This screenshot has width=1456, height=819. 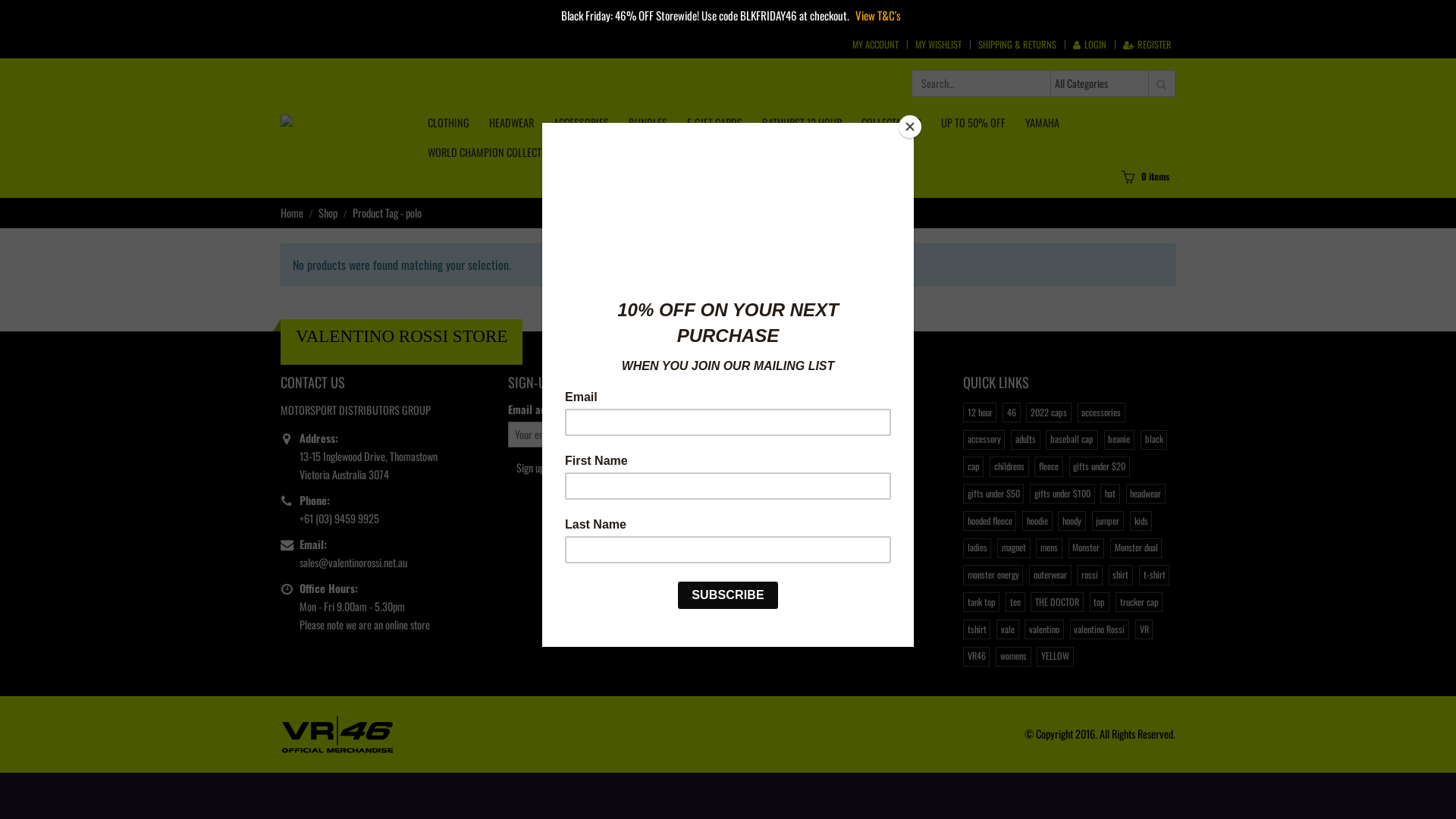 What do you see at coordinates (976, 629) in the screenshot?
I see `'tshirt'` at bounding box center [976, 629].